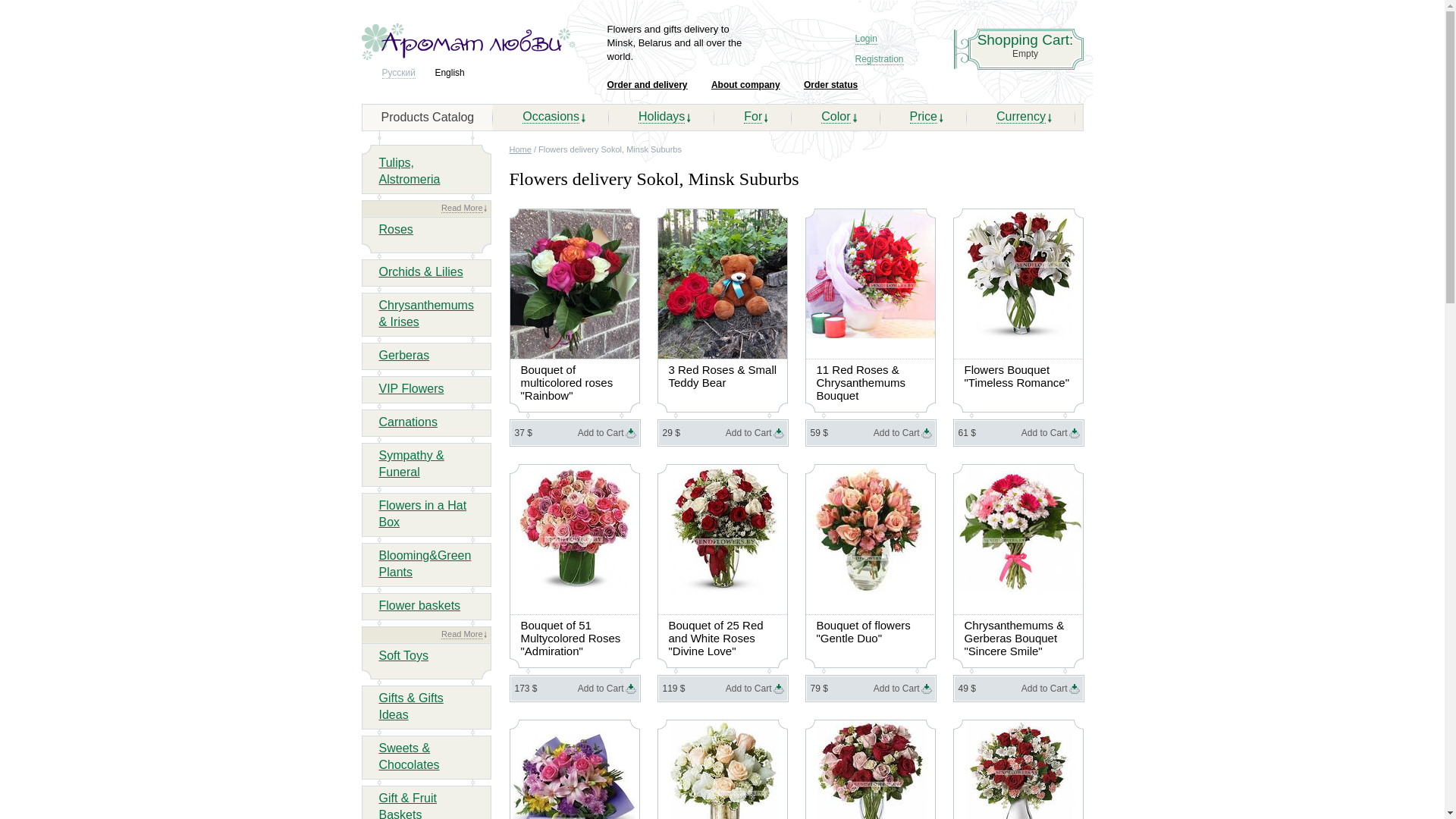  I want to click on 'Sympathy & Funeral', so click(378, 463).